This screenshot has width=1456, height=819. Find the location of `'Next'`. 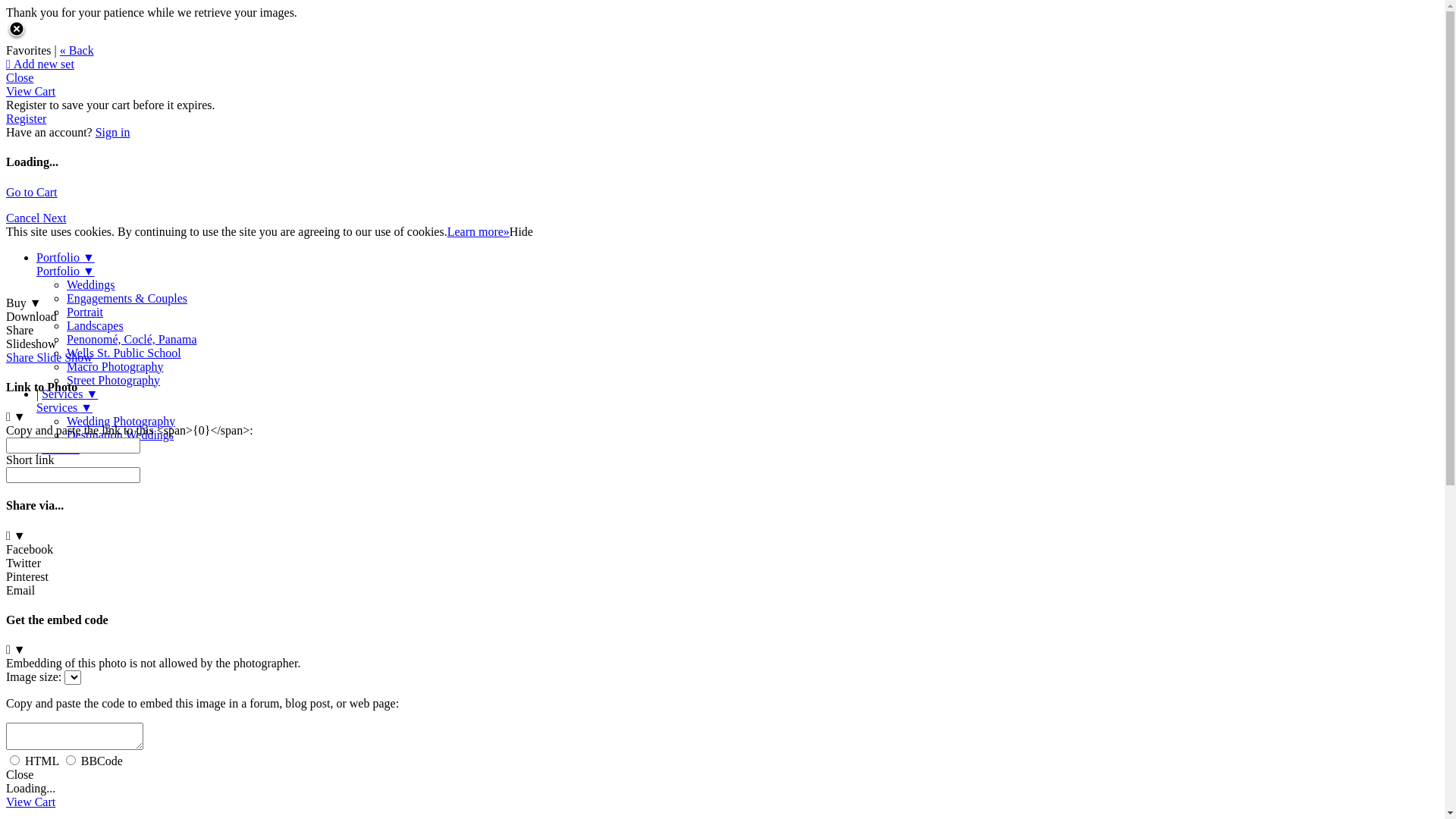

'Next' is located at coordinates (54, 218).